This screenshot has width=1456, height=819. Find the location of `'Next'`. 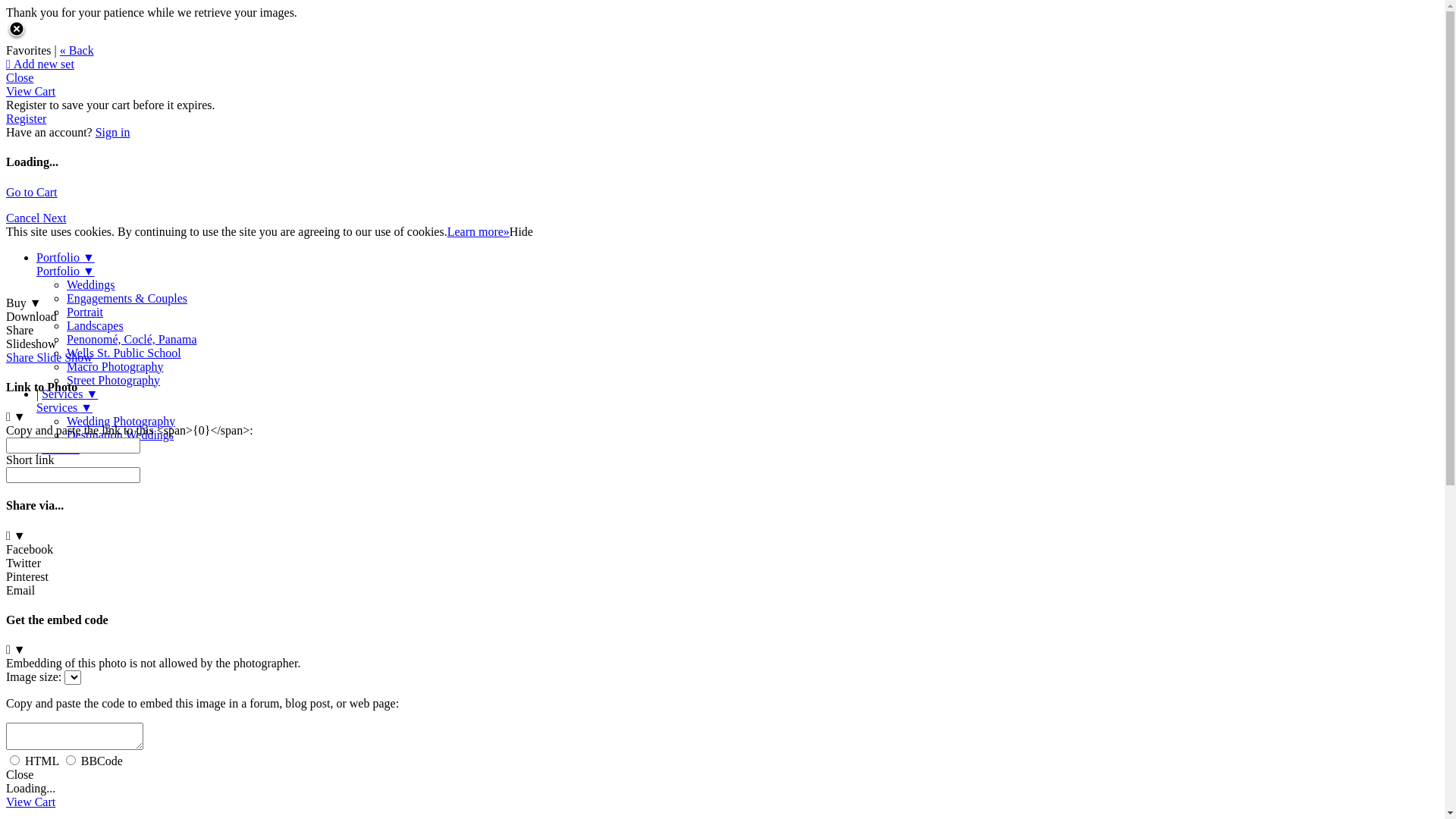

'Next' is located at coordinates (54, 218).